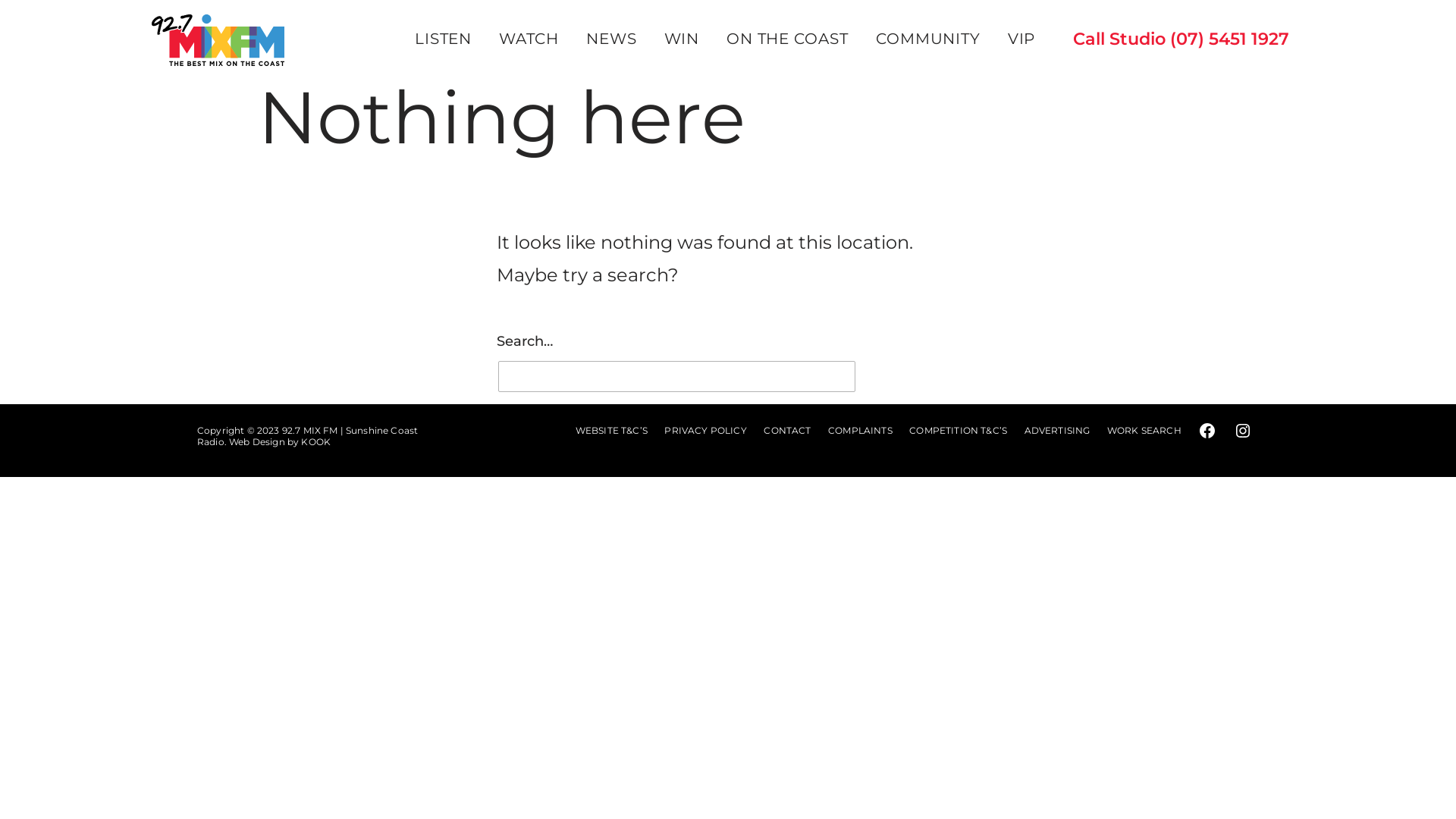  I want to click on '92.7 MIX FM | Sunshine Coast Radio', so click(196, 435).